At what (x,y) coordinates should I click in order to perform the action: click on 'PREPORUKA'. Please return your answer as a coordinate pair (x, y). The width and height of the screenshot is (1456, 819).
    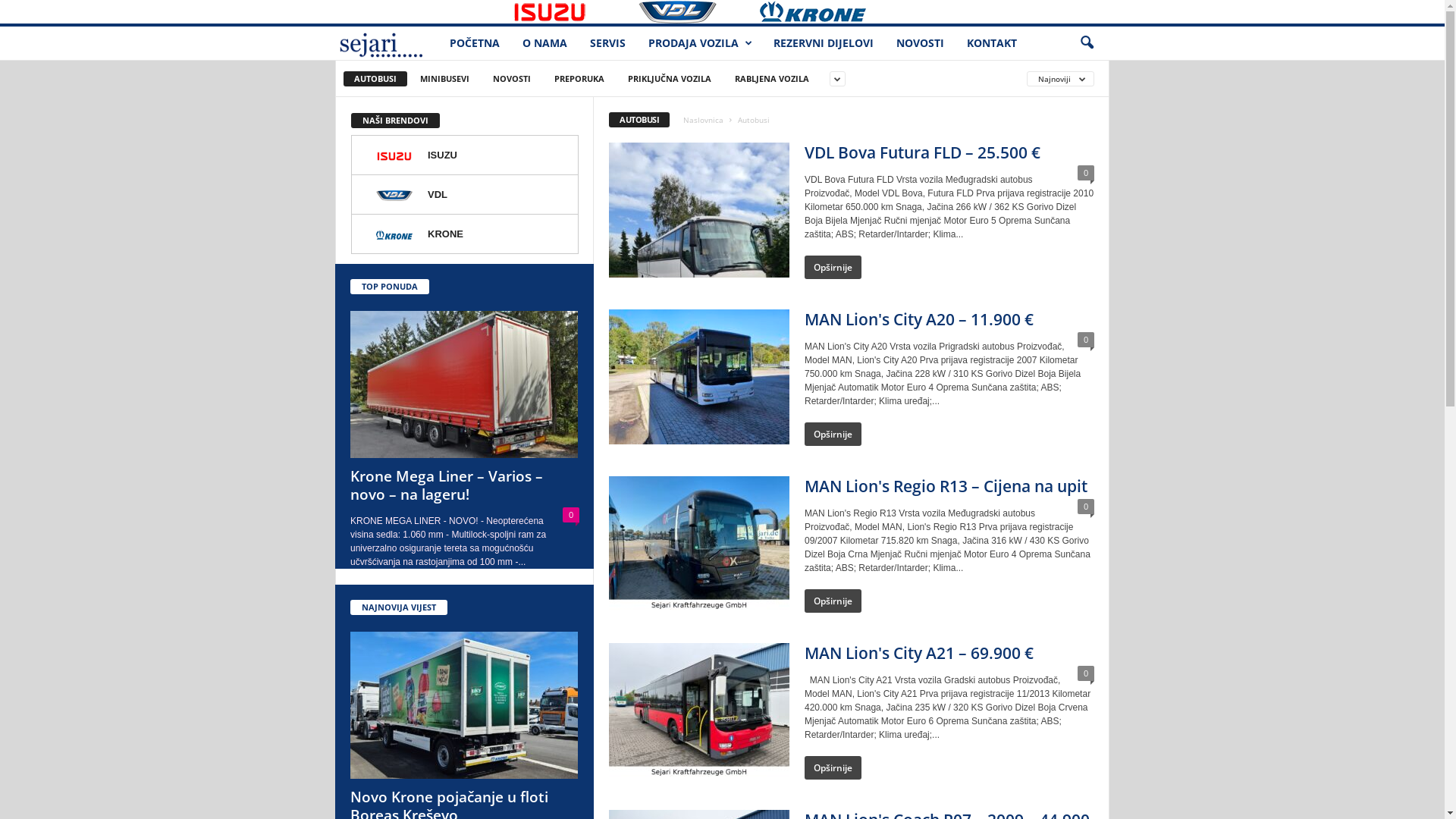
    Looking at the image, I should click on (578, 79).